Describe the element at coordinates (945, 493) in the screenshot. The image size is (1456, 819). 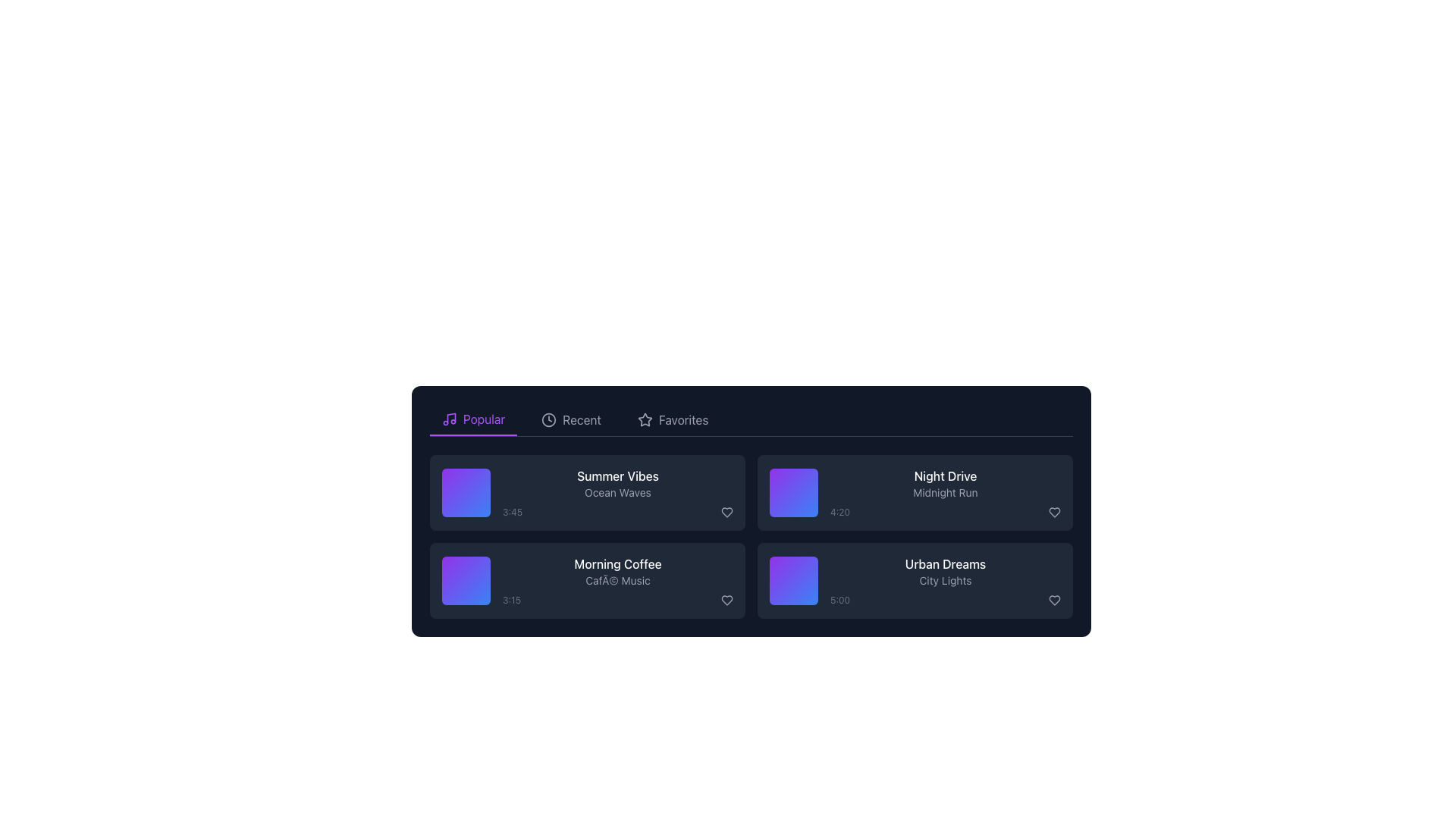
I see `the text content display element showcasing the song 'Night Drive' by 'Midnight Run'` at that location.